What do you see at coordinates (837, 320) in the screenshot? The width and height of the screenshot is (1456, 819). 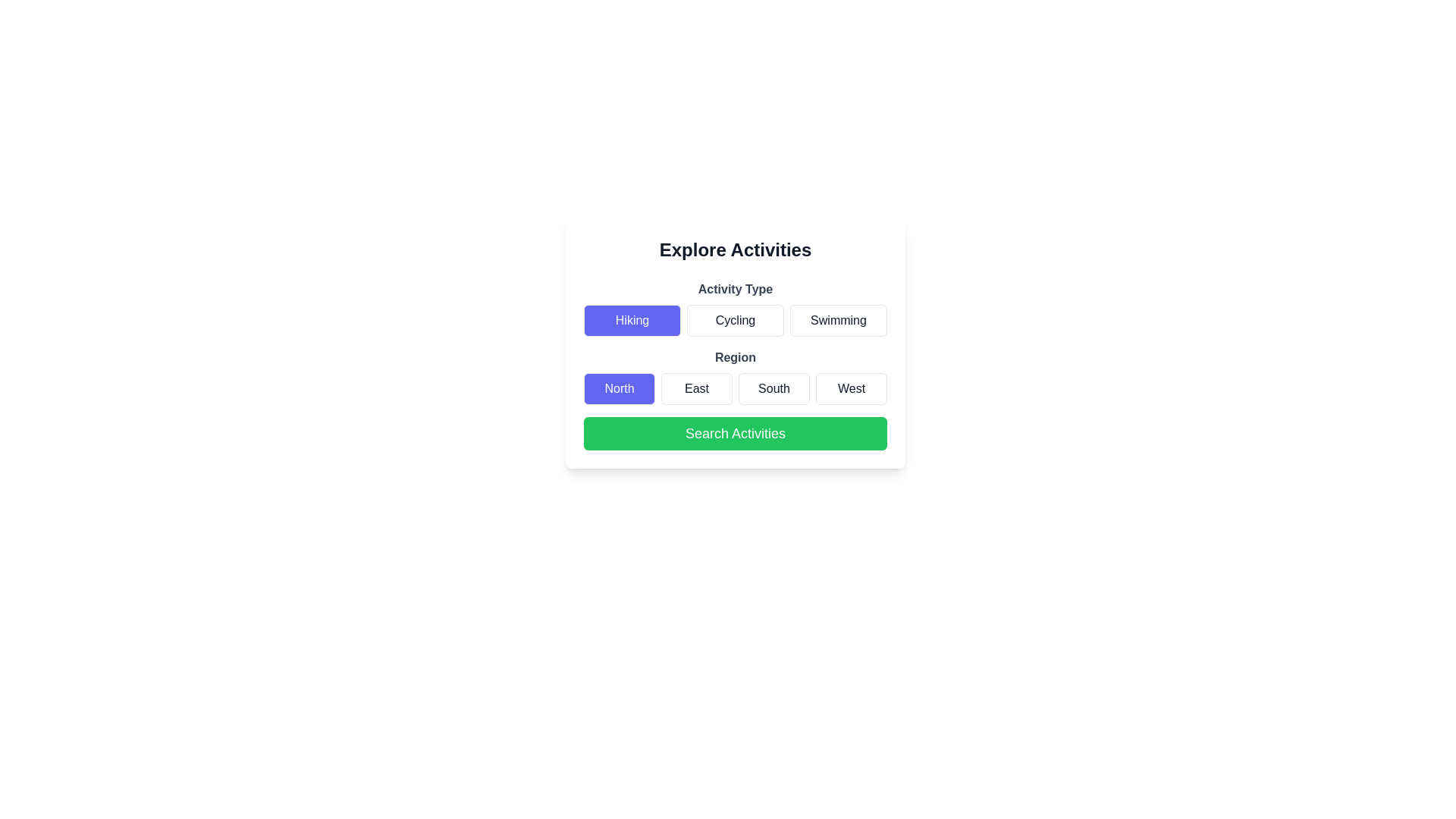 I see `the 'Swimming' button located in the grid layout below the 'Explore Activities' heading to trigger hover effects` at bounding box center [837, 320].